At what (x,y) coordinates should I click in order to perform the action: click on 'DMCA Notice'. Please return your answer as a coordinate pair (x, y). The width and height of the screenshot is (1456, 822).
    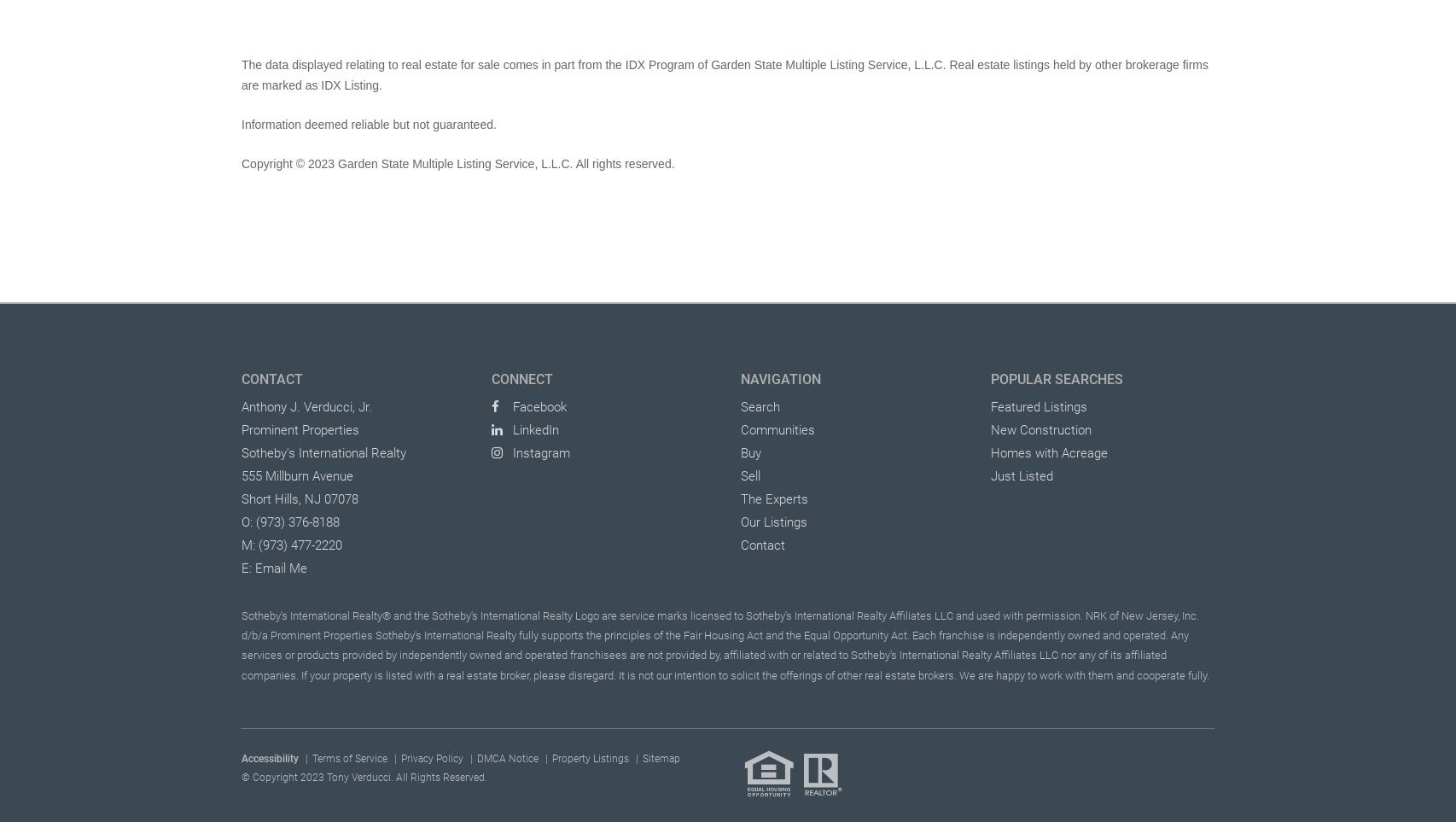
    Looking at the image, I should click on (476, 758).